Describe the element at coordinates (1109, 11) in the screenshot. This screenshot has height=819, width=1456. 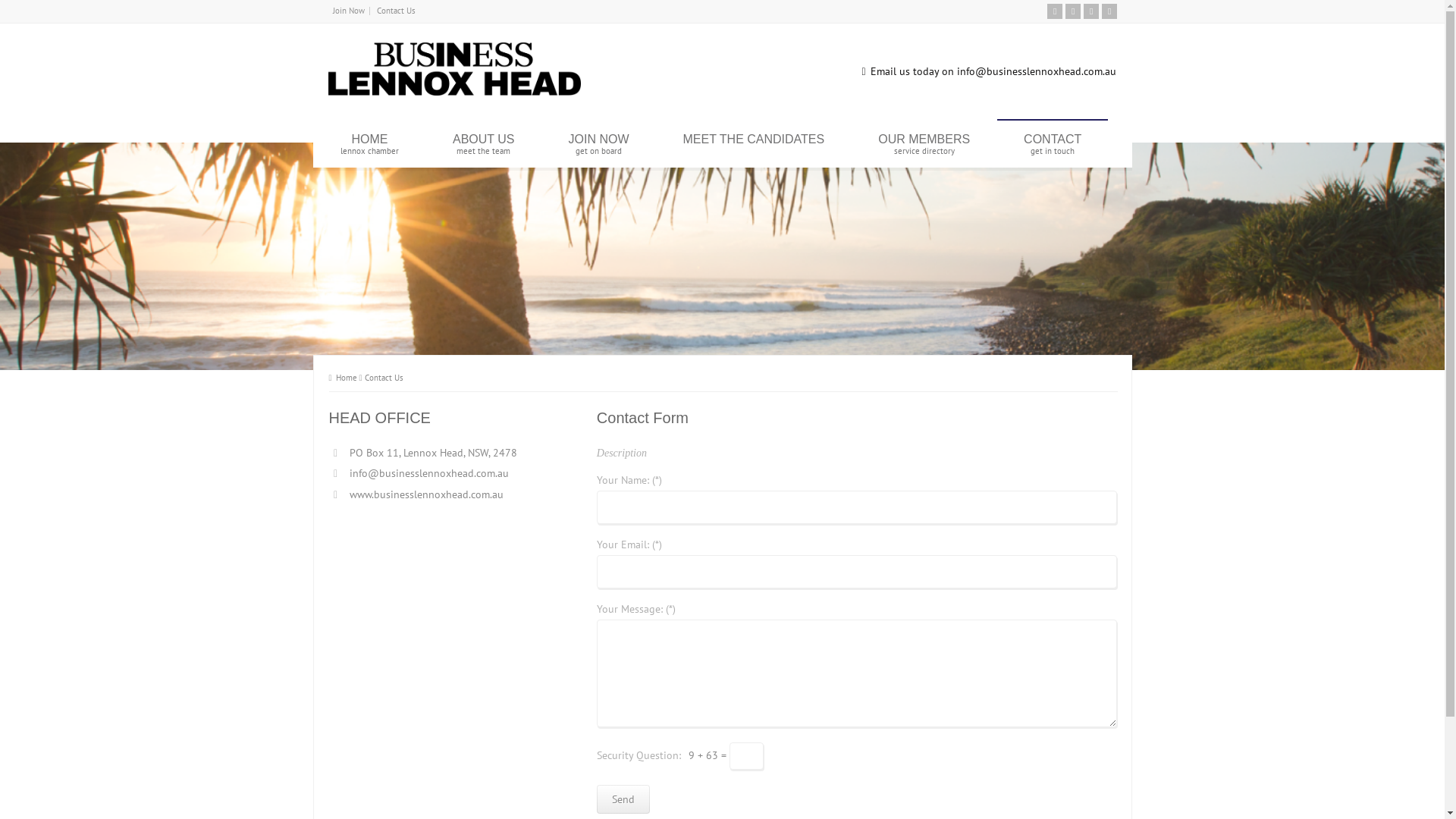
I see `'Instagram'` at that location.